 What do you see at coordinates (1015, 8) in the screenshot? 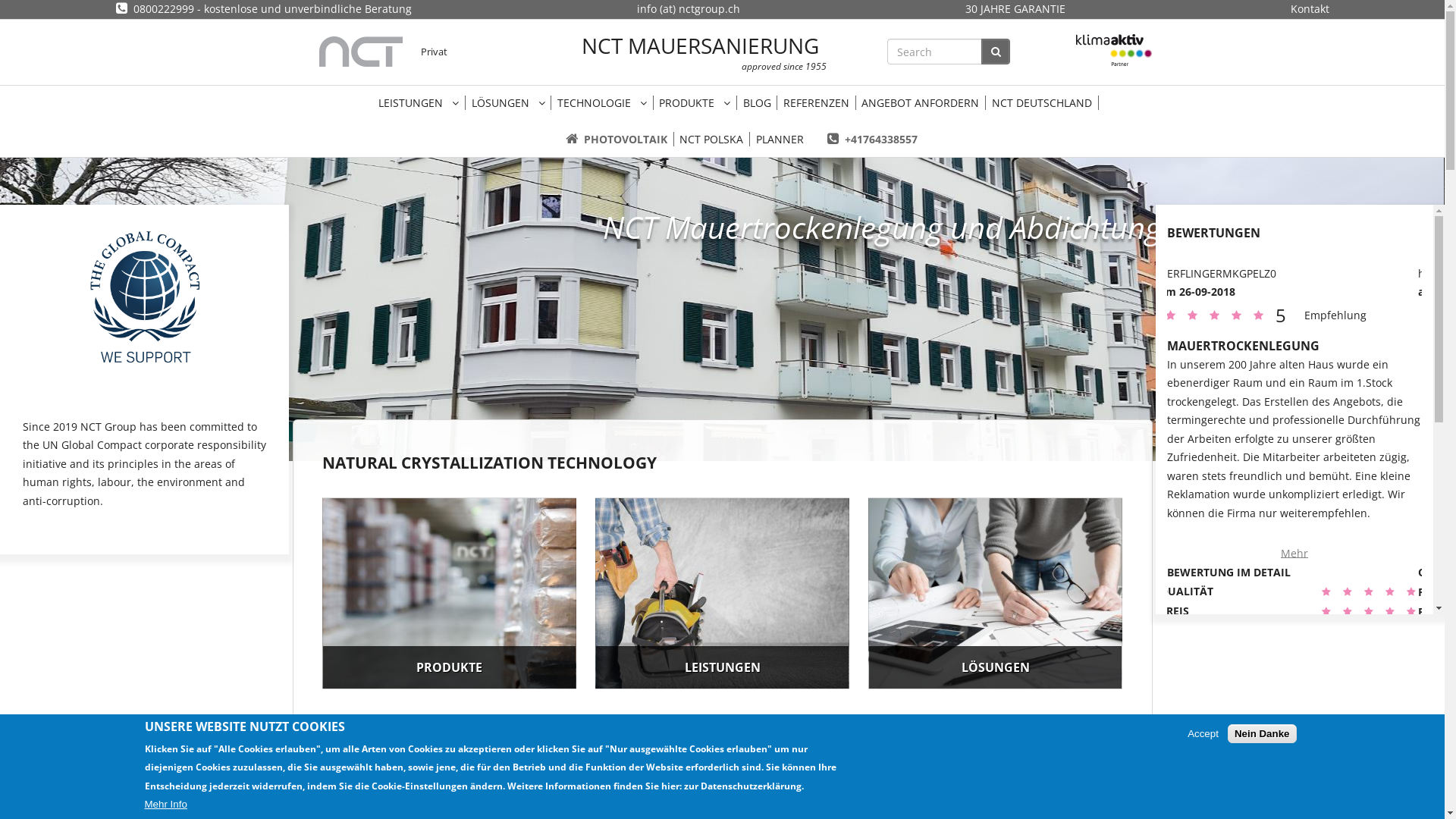
I see `'30 JAHRE GARANTIE'` at bounding box center [1015, 8].